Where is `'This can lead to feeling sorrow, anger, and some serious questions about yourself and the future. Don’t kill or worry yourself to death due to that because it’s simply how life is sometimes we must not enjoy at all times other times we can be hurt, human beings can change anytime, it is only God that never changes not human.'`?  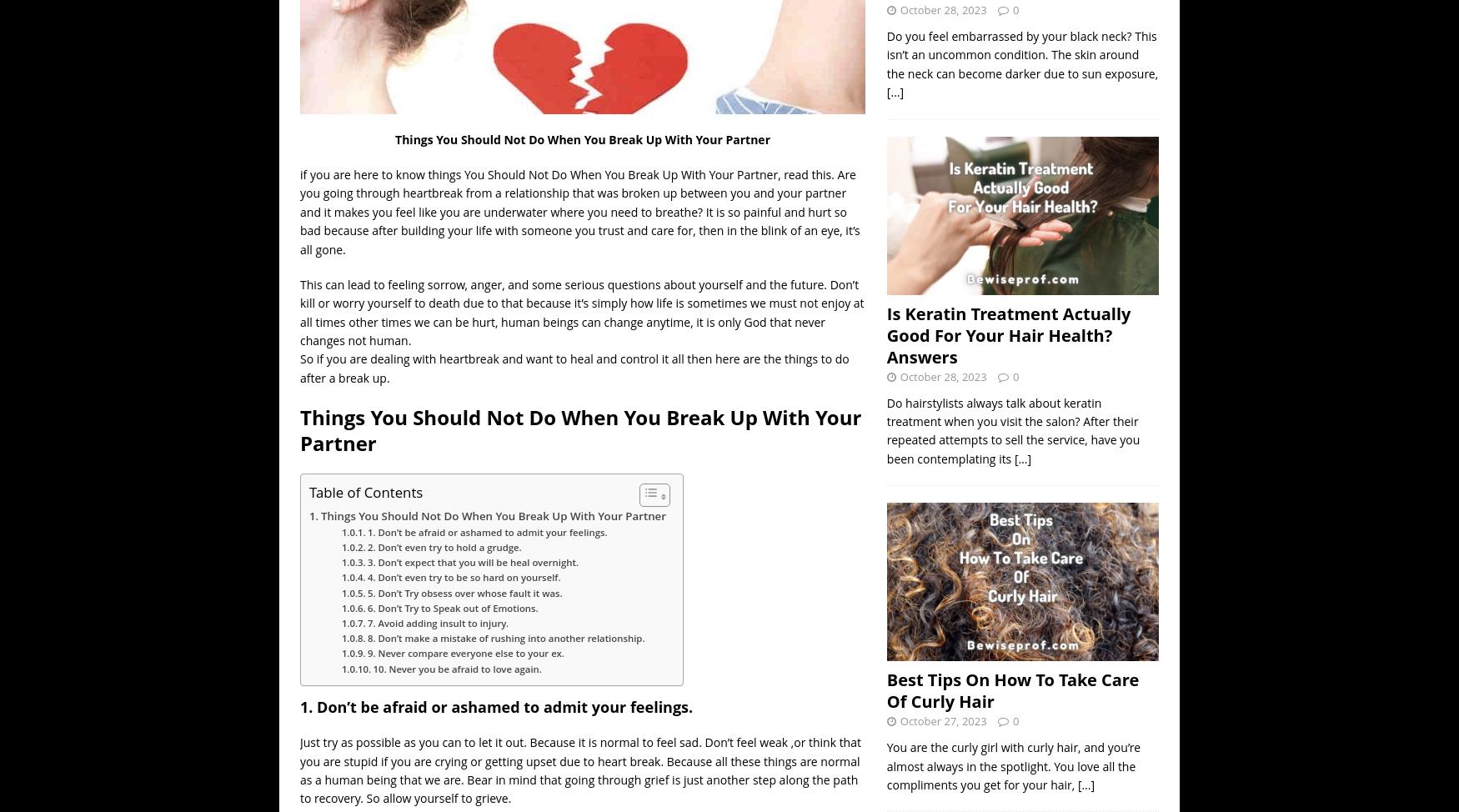 'This can lead to feeling sorrow, anger, and some serious questions about yourself and the future. Don’t kill or worry yourself to death due to that because it’s simply how life is sometimes we must not enjoy at all times other times we can be hurt, human beings can change anytime, it is only God that never changes not human.' is located at coordinates (582, 312).